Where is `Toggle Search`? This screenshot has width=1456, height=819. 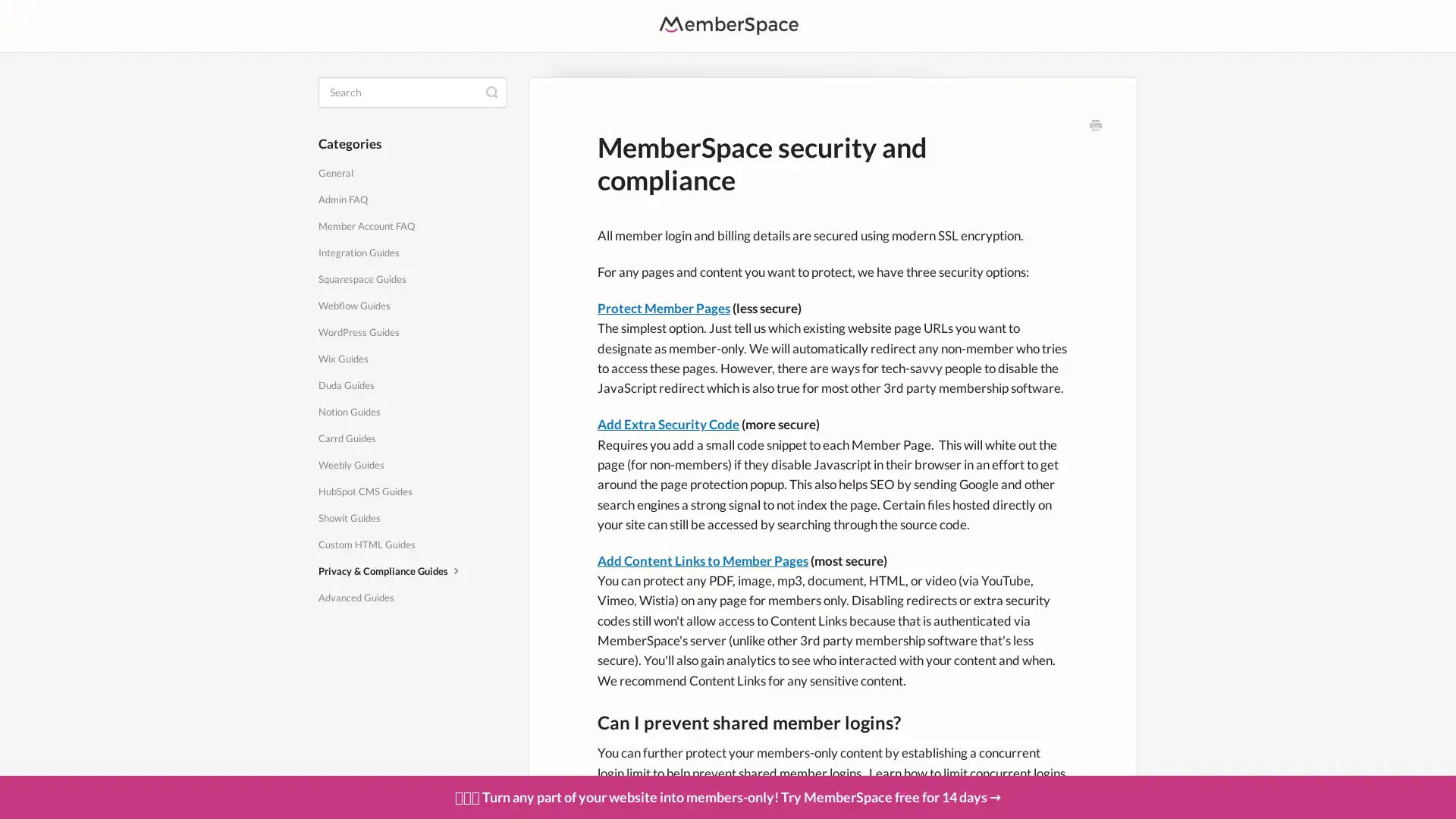
Toggle Search is located at coordinates (491, 91).